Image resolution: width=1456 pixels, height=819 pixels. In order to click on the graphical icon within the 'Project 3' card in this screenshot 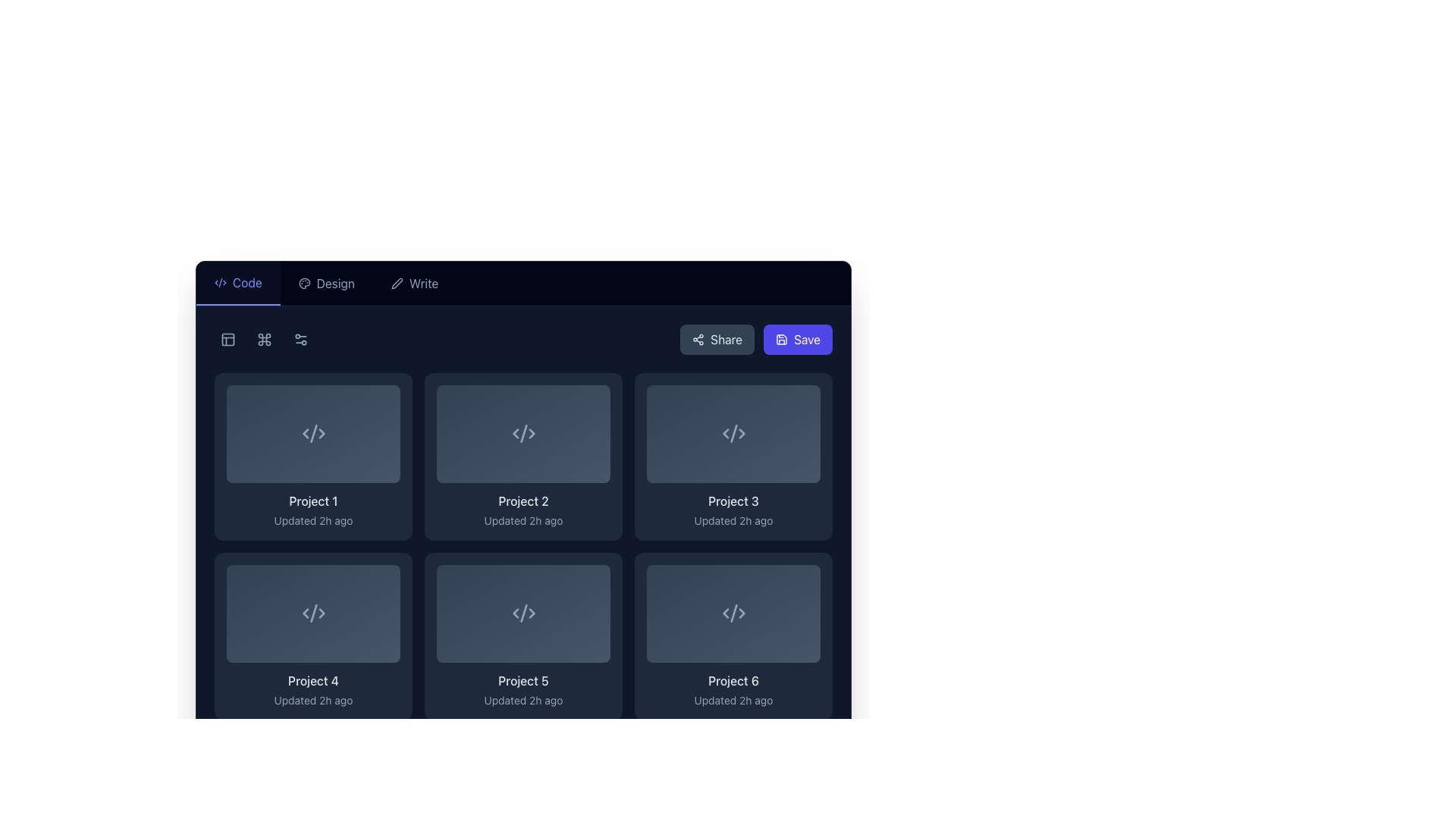, I will do `click(733, 434)`.